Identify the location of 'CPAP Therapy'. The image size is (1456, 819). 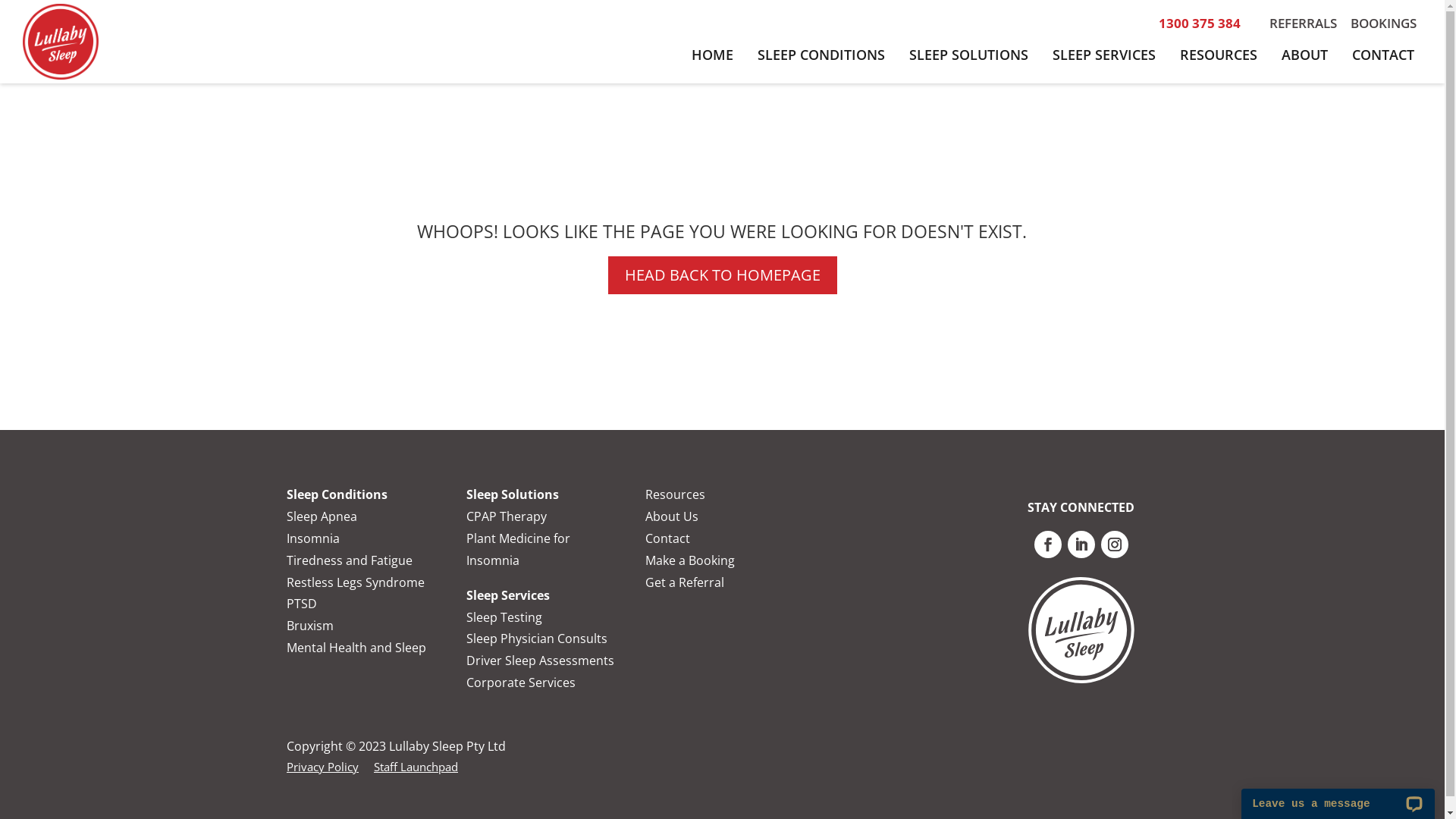
(506, 516).